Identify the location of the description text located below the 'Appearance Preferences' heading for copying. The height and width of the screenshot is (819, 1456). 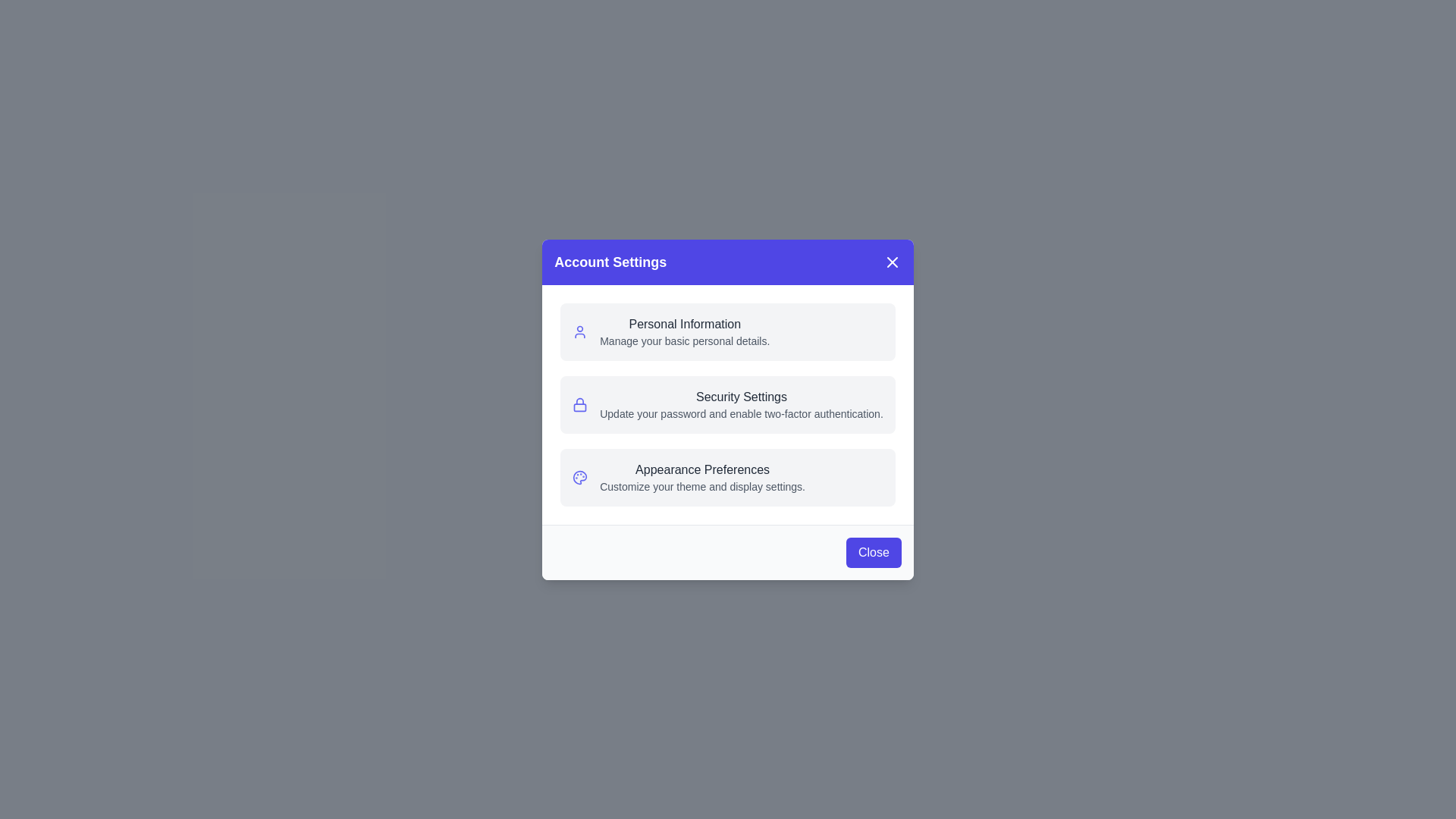
(701, 486).